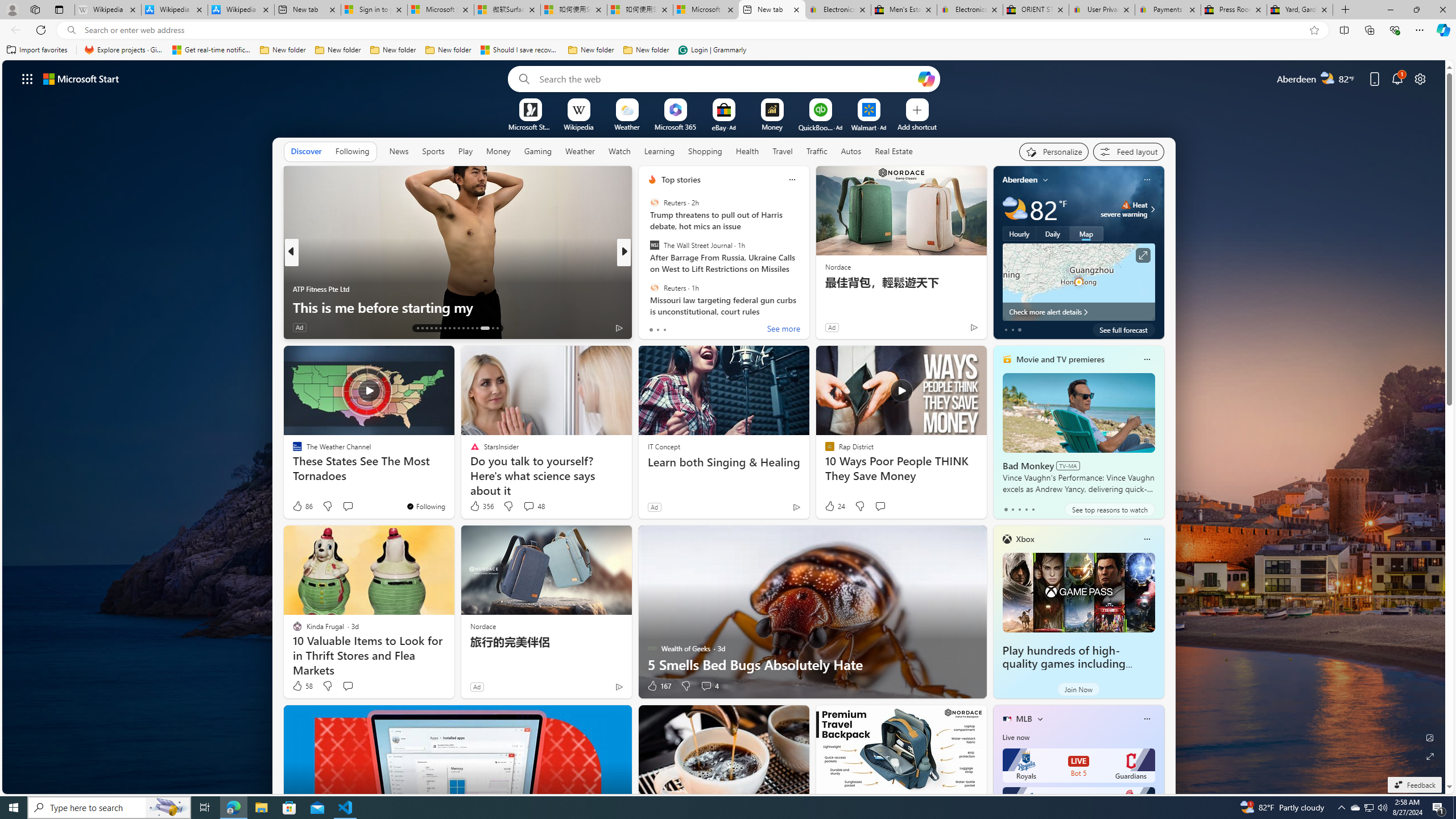 The height and width of the screenshot is (819, 1456). What do you see at coordinates (653, 246) in the screenshot?
I see `'The Wall Street Journal'` at bounding box center [653, 246].